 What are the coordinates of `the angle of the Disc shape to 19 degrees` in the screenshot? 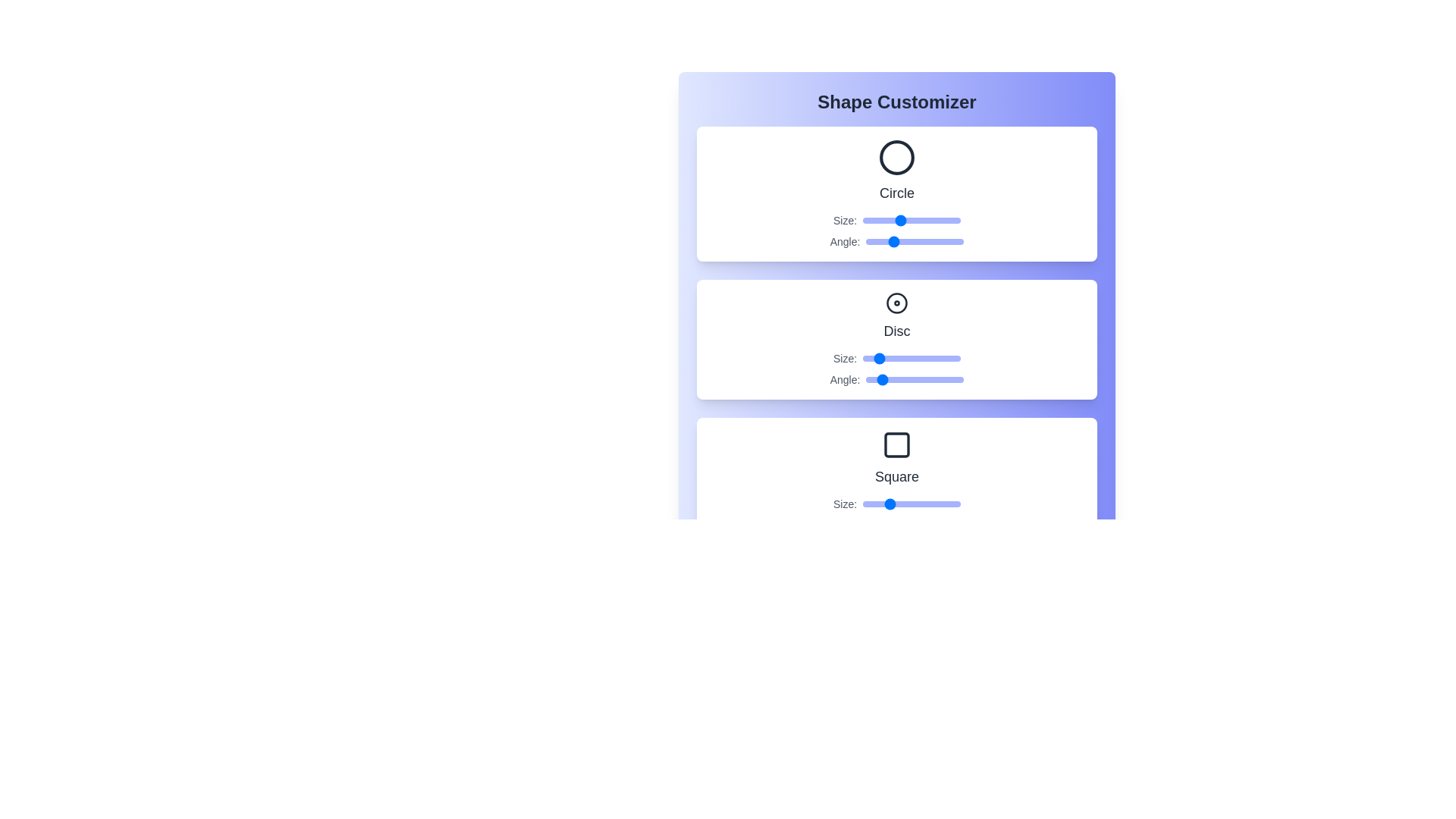 It's located at (871, 379).